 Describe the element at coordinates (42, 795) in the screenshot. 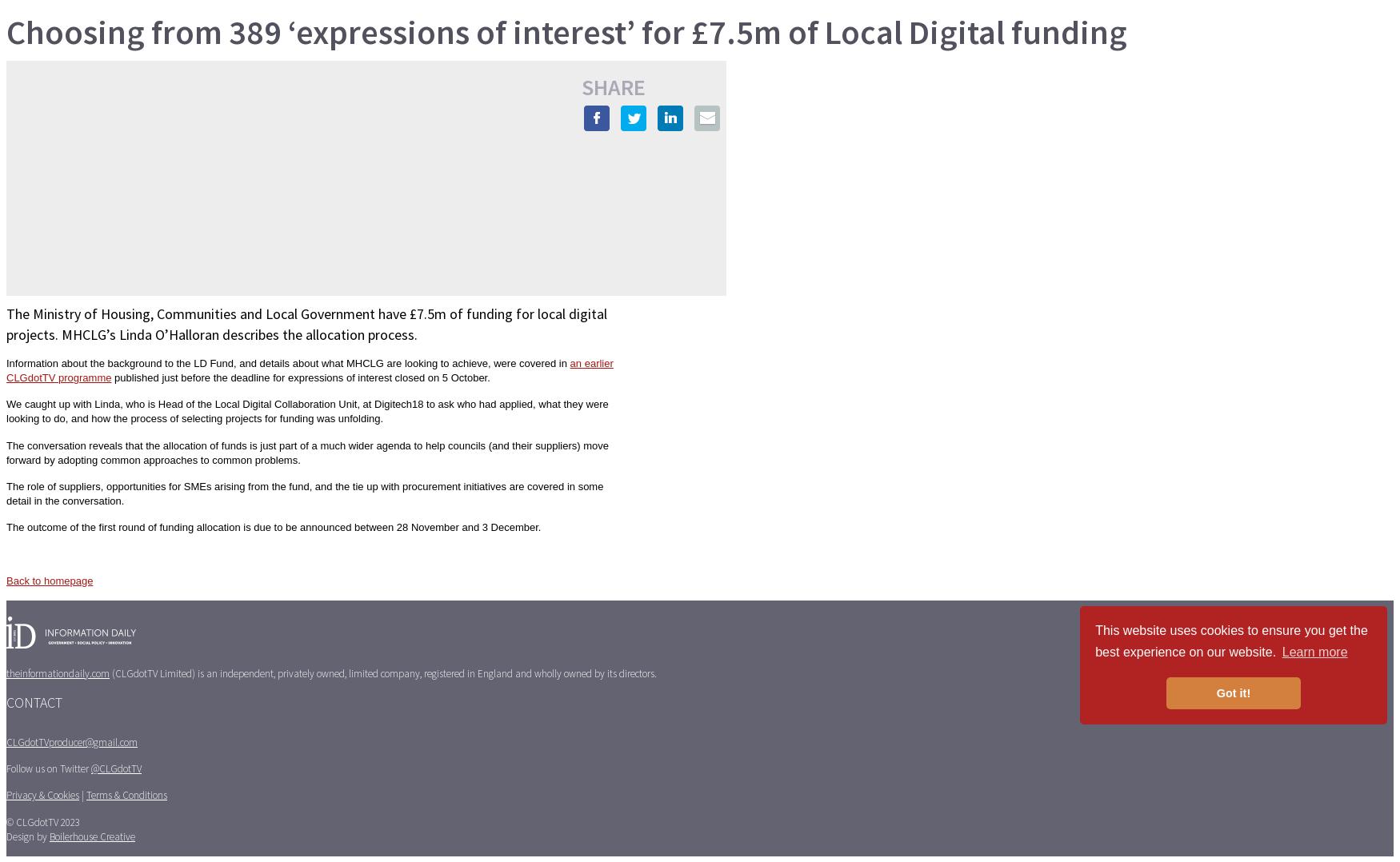

I see `'Privacy & Cookies'` at that location.